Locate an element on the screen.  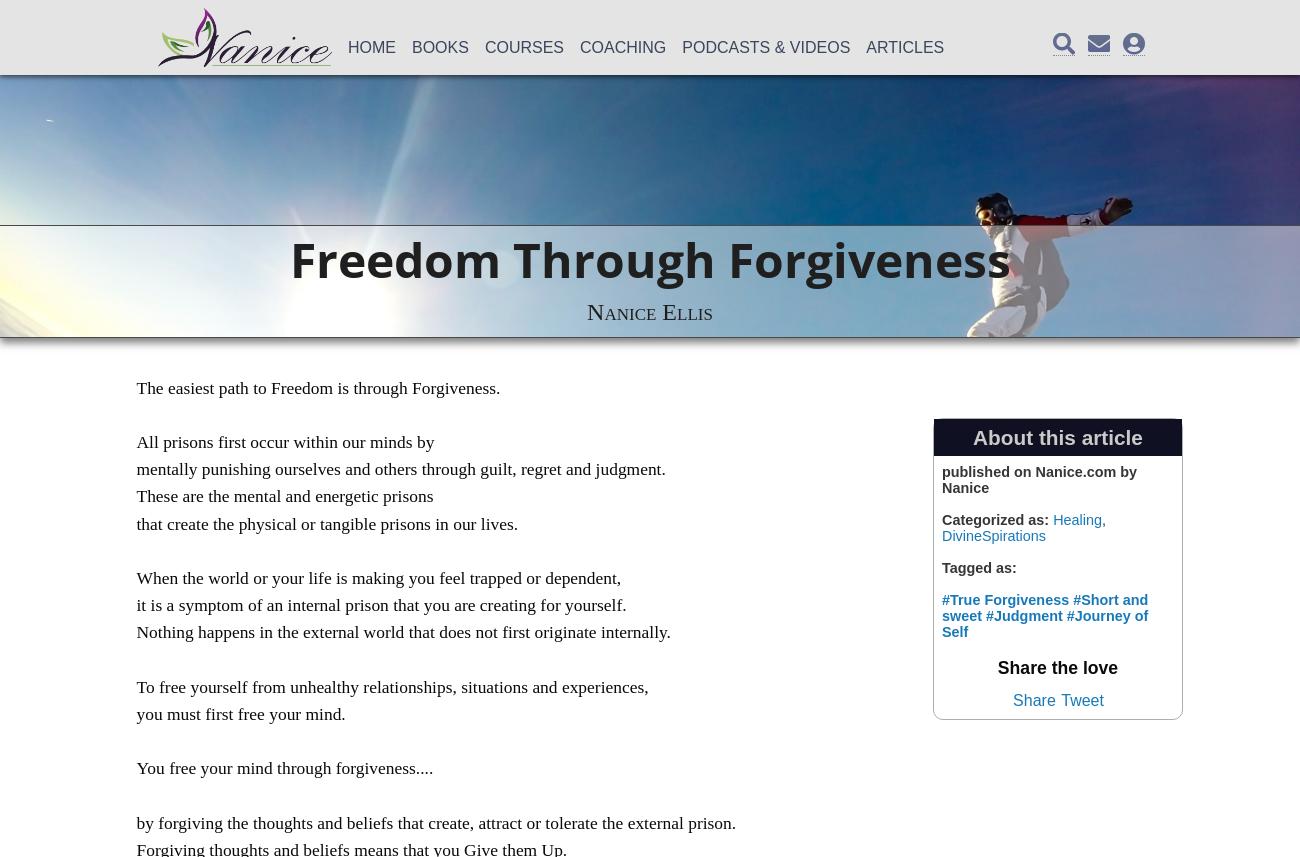
'Home' is located at coordinates (371, 46).